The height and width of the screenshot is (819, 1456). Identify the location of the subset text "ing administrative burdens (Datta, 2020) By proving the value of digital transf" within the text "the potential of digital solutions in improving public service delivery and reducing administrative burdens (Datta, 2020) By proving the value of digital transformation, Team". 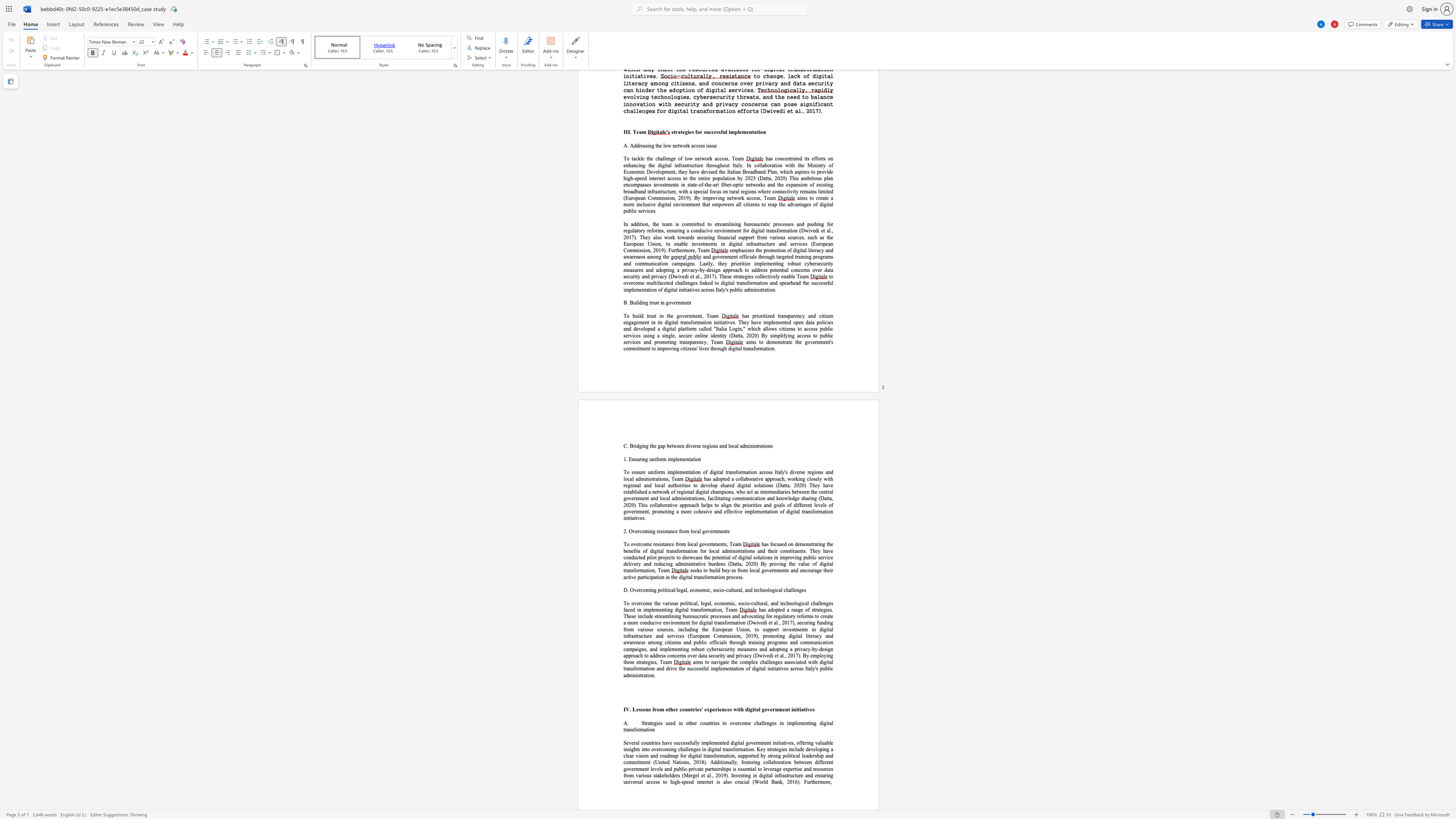
(665, 564).